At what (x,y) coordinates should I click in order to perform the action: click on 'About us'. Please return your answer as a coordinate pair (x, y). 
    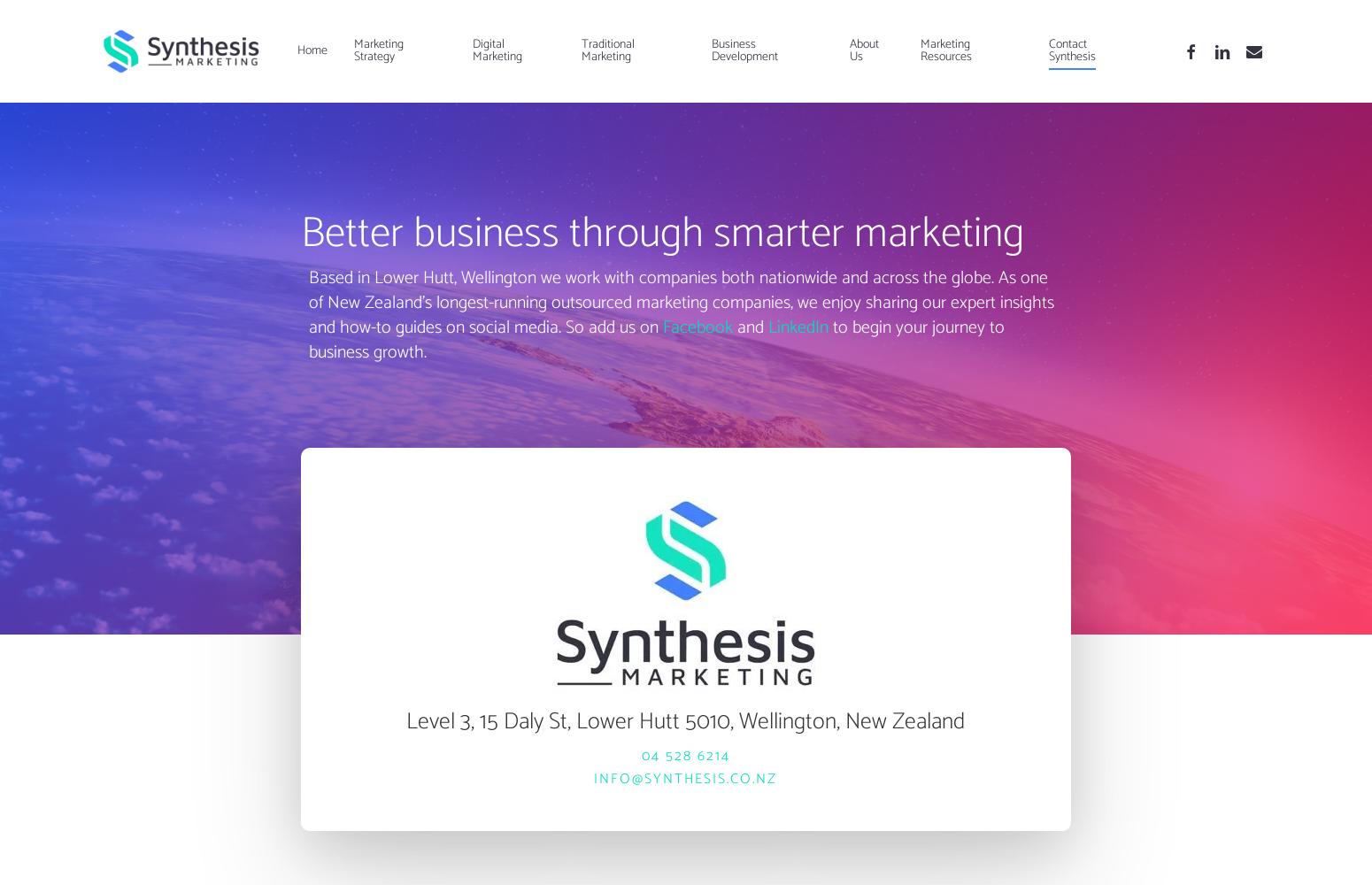
    Looking at the image, I should click on (847, 50).